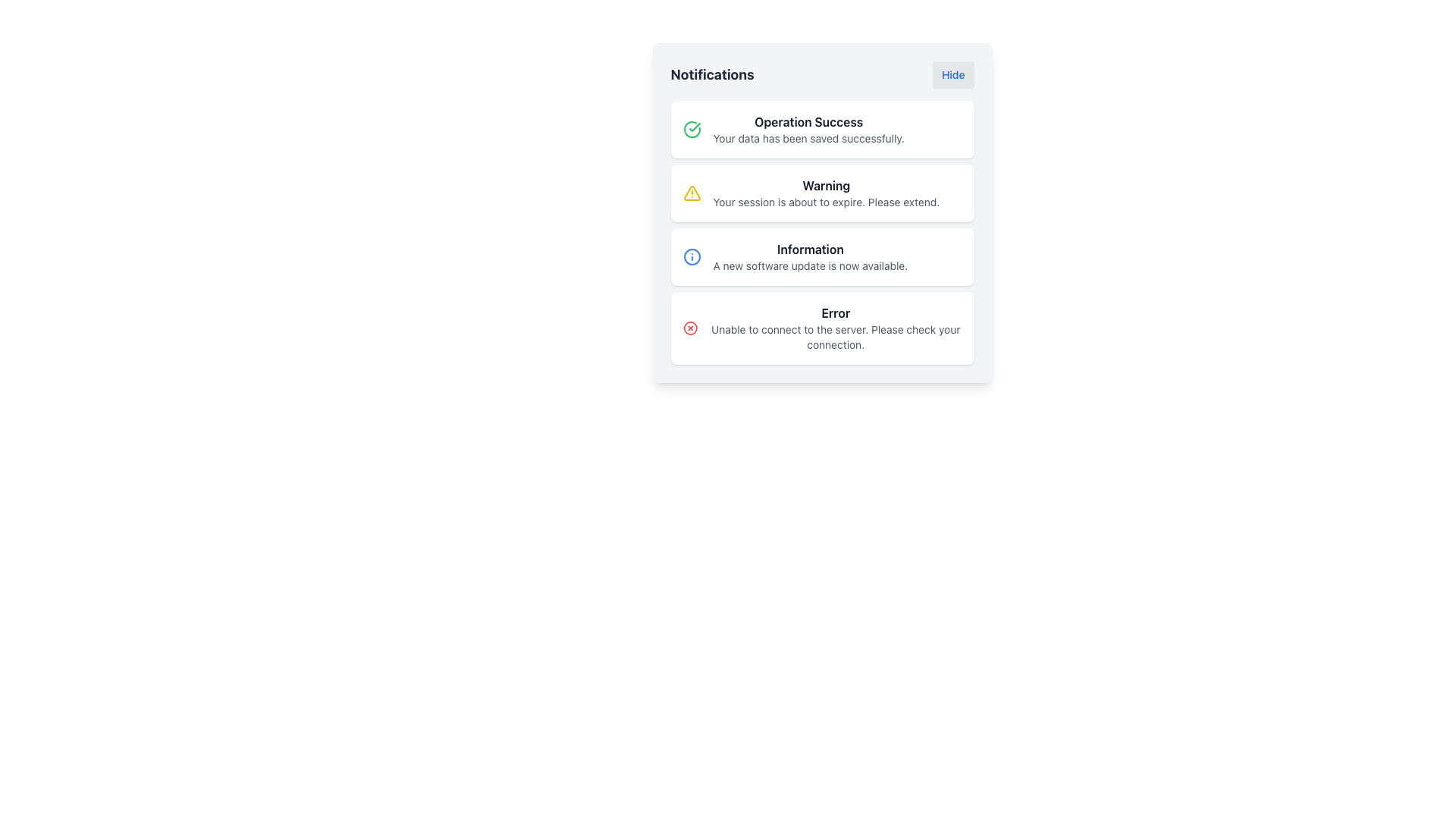 Image resolution: width=1456 pixels, height=819 pixels. Describe the element at coordinates (825, 201) in the screenshot. I see `the text element that displays 'Your session is about to expire. Please extend.' located beneath the bold 'Warning' label in the Notifications pane` at that location.